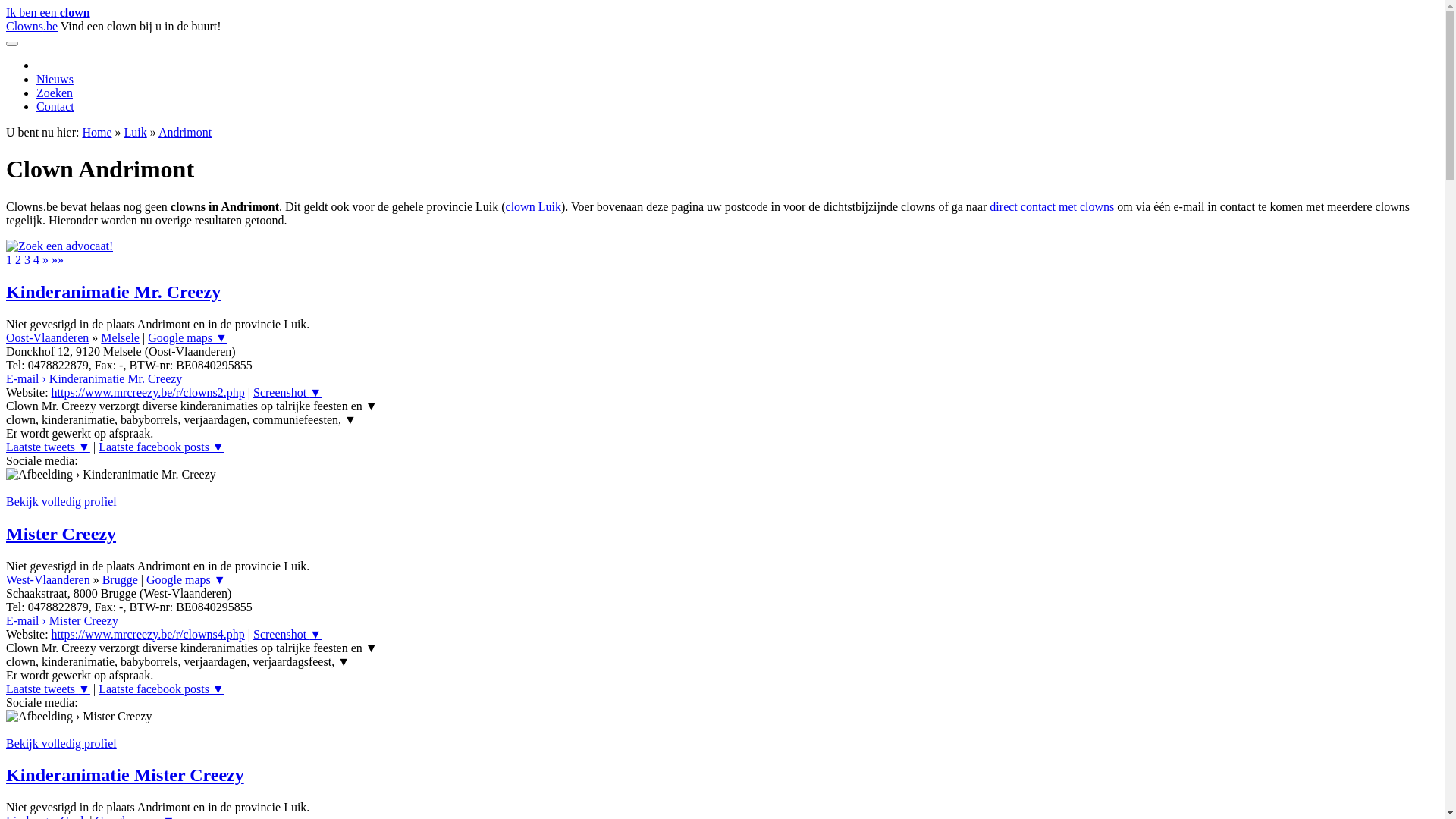 The height and width of the screenshot is (819, 1456). Describe the element at coordinates (48, 579) in the screenshot. I see `'West-Vlaanderen'` at that location.